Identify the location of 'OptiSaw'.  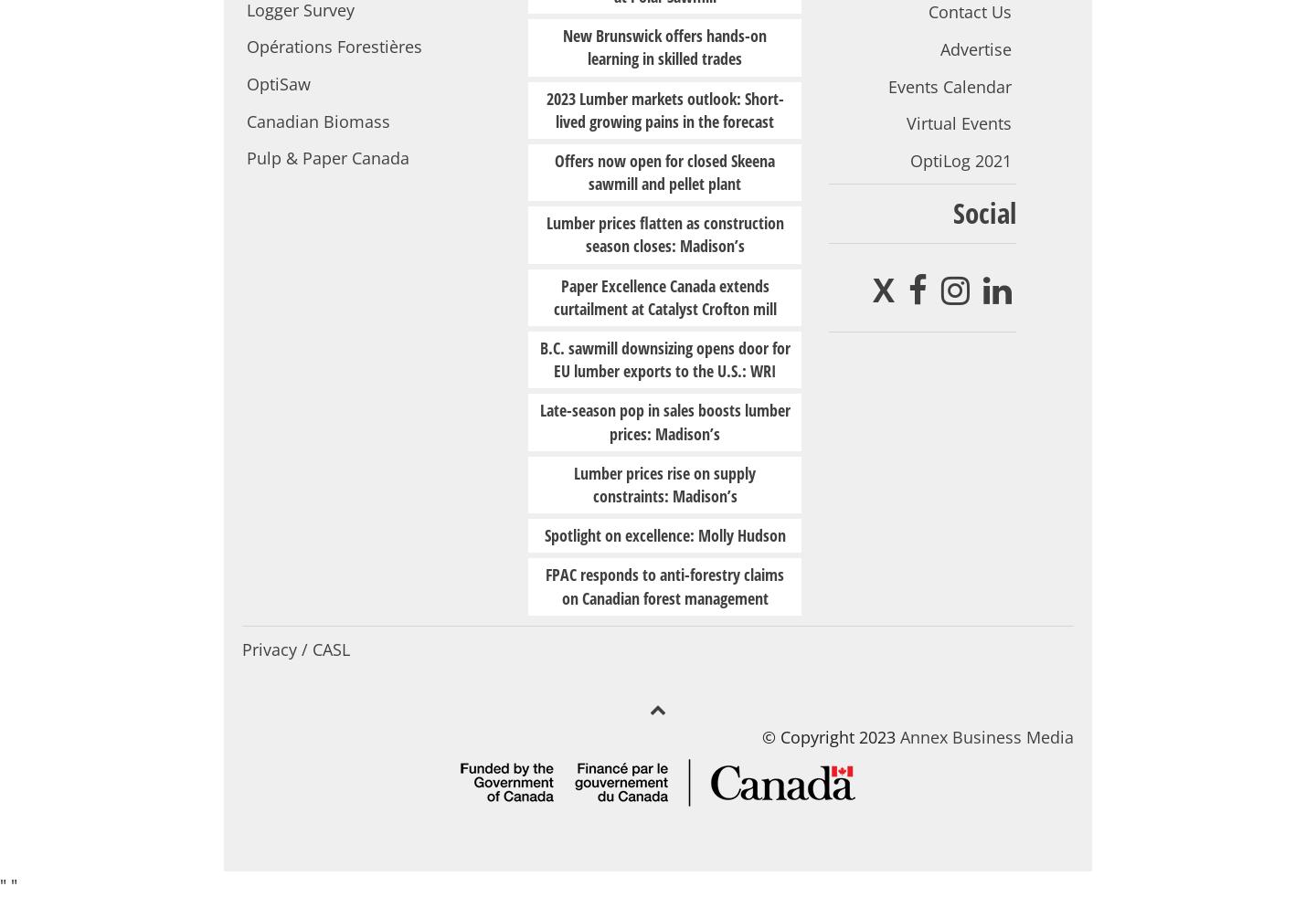
(278, 83).